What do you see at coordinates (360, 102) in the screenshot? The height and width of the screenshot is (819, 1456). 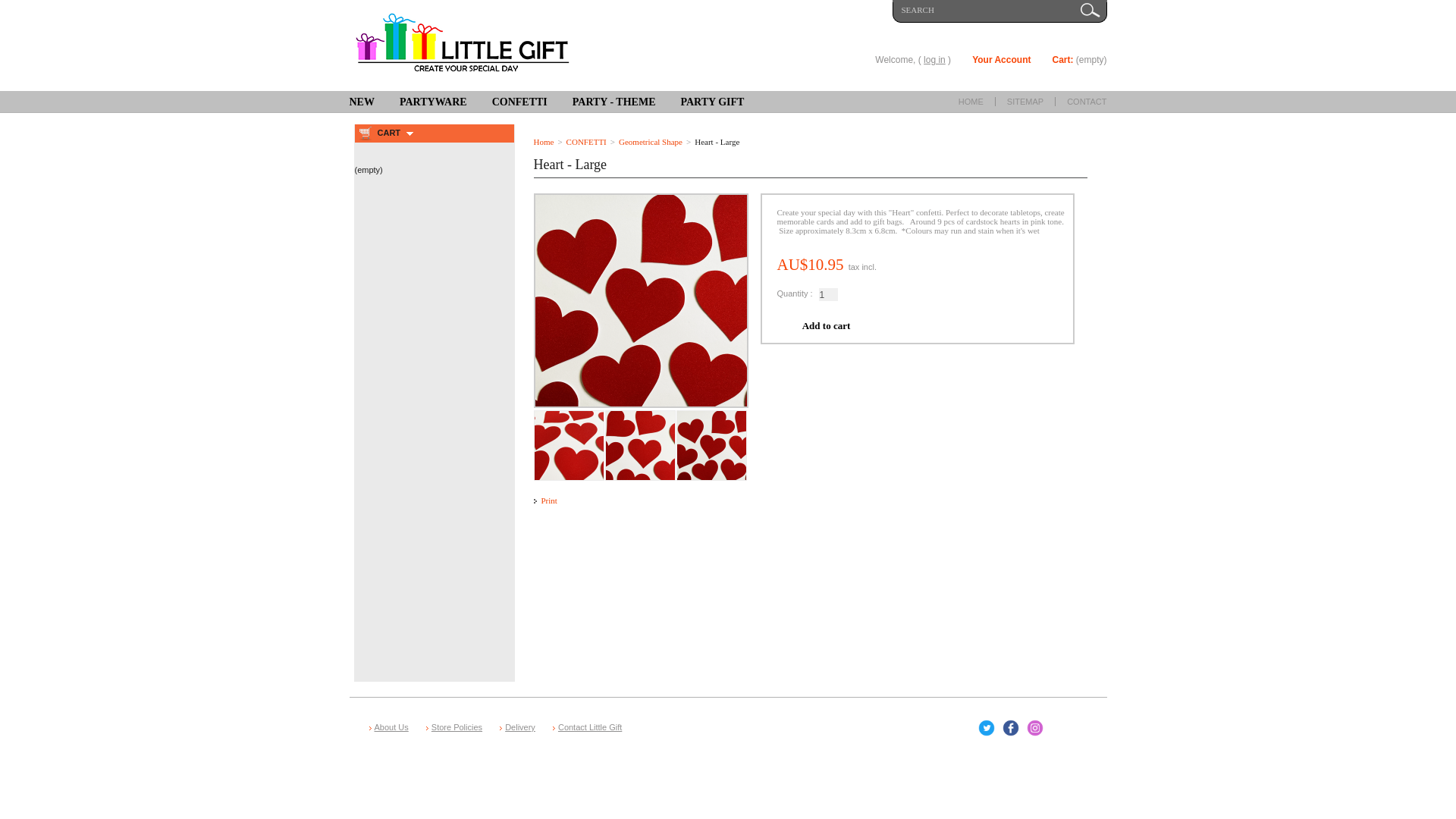 I see `'NEW'` at bounding box center [360, 102].